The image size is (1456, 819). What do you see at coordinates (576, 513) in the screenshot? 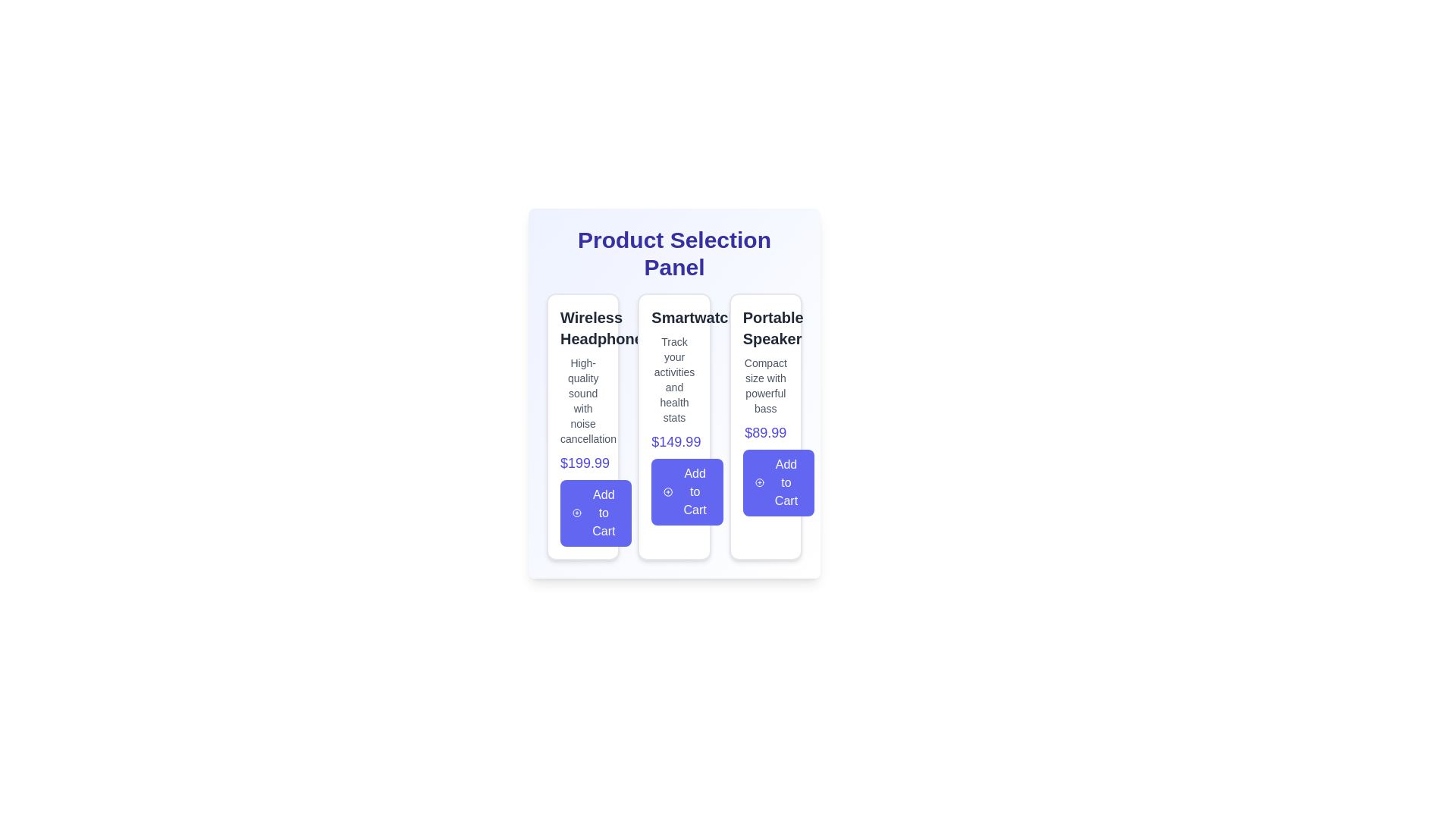
I see `the circular icon with a plus symbol at its center, which is part of the 'Add to Cart' button for the 'Wireless Headphone' product card` at bounding box center [576, 513].